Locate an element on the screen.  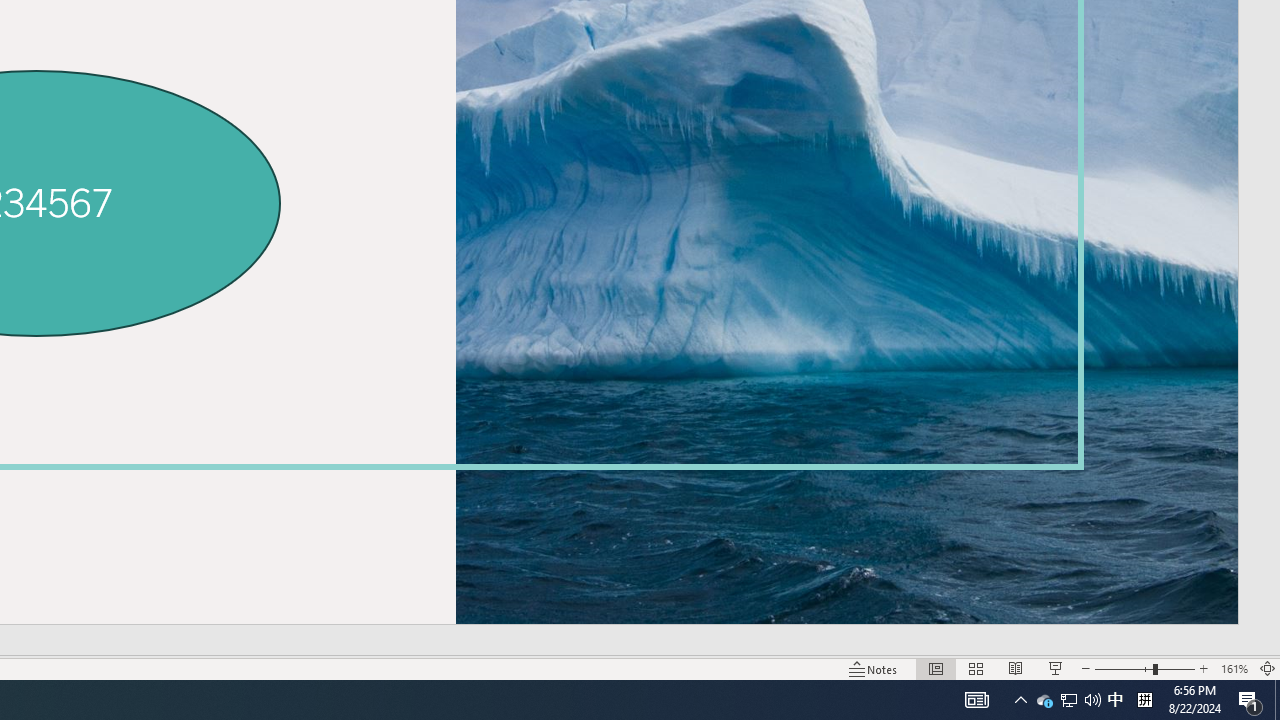
'Zoom 161%' is located at coordinates (1233, 669).